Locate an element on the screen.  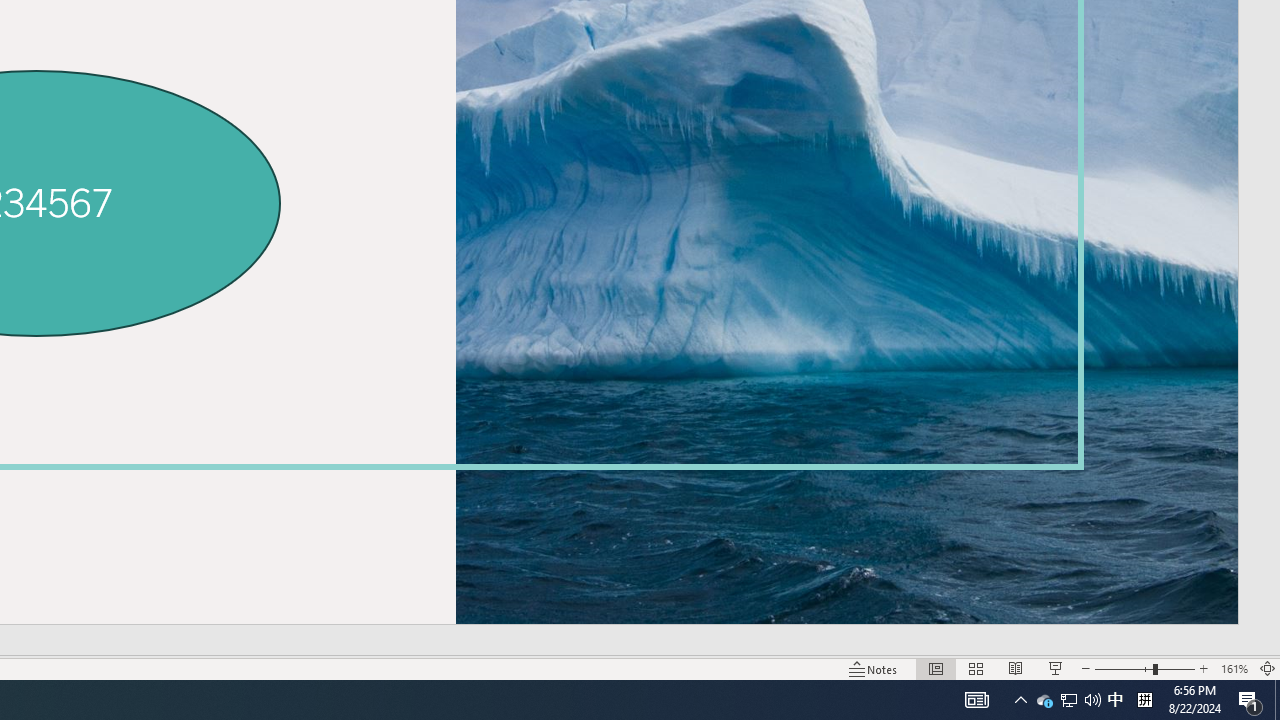
'Zoom 161%' is located at coordinates (1233, 669).